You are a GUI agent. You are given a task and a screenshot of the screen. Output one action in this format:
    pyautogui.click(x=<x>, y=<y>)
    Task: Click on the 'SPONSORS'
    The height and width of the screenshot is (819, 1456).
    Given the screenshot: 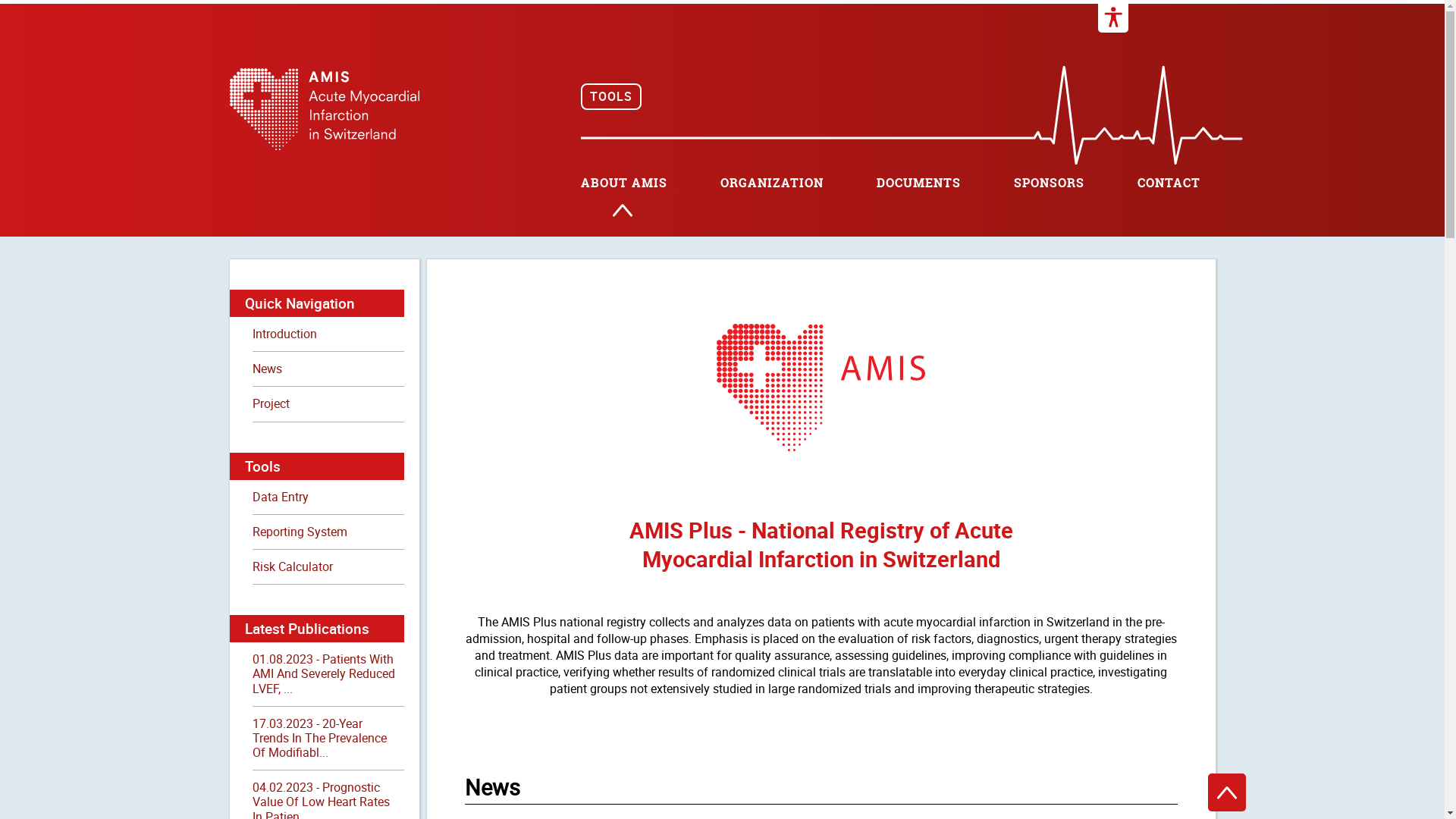 What is the action you would take?
    pyautogui.click(x=1047, y=182)
    